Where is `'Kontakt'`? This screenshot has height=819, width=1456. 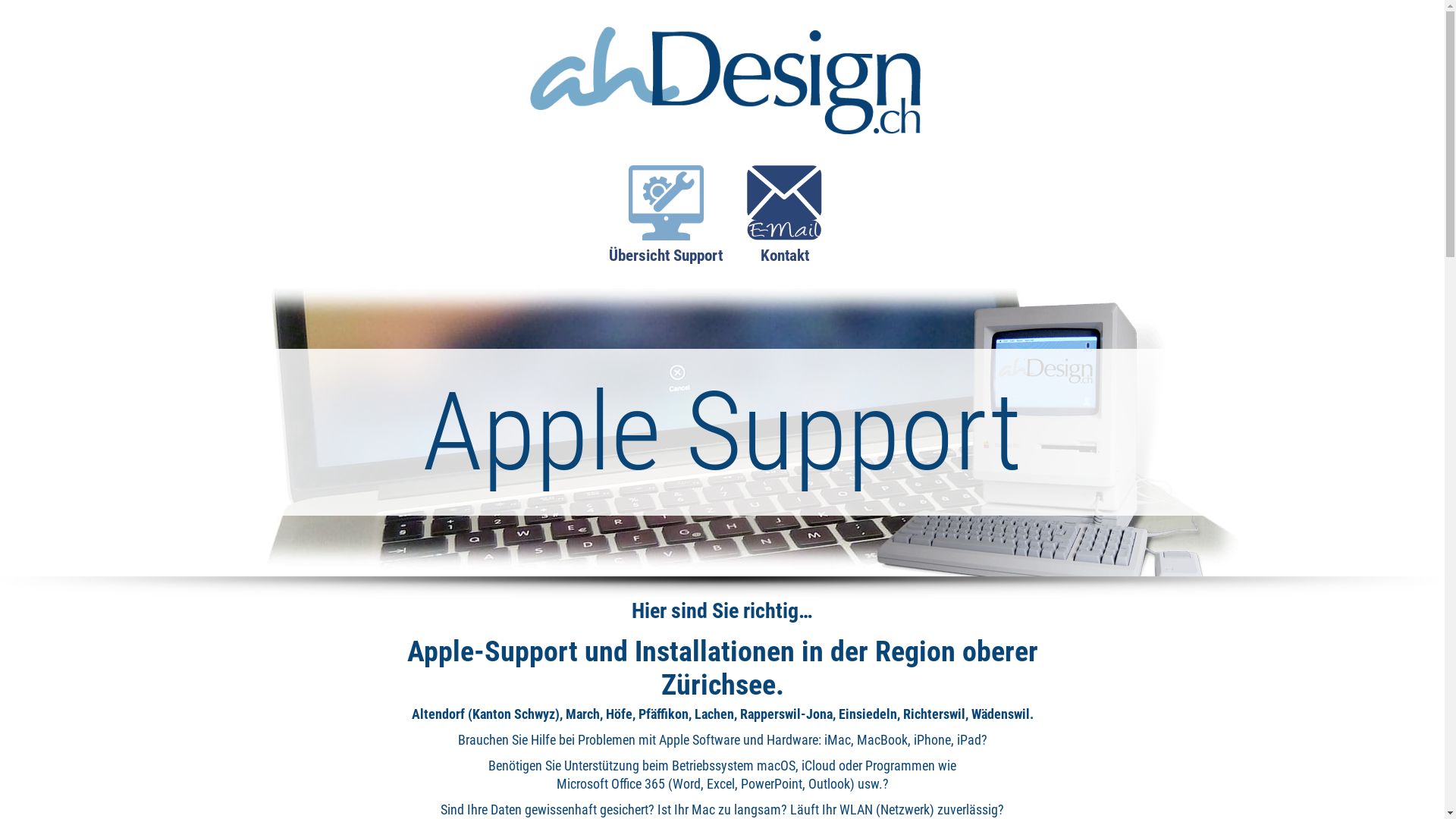 'Kontakt' is located at coordinates (784, 223).